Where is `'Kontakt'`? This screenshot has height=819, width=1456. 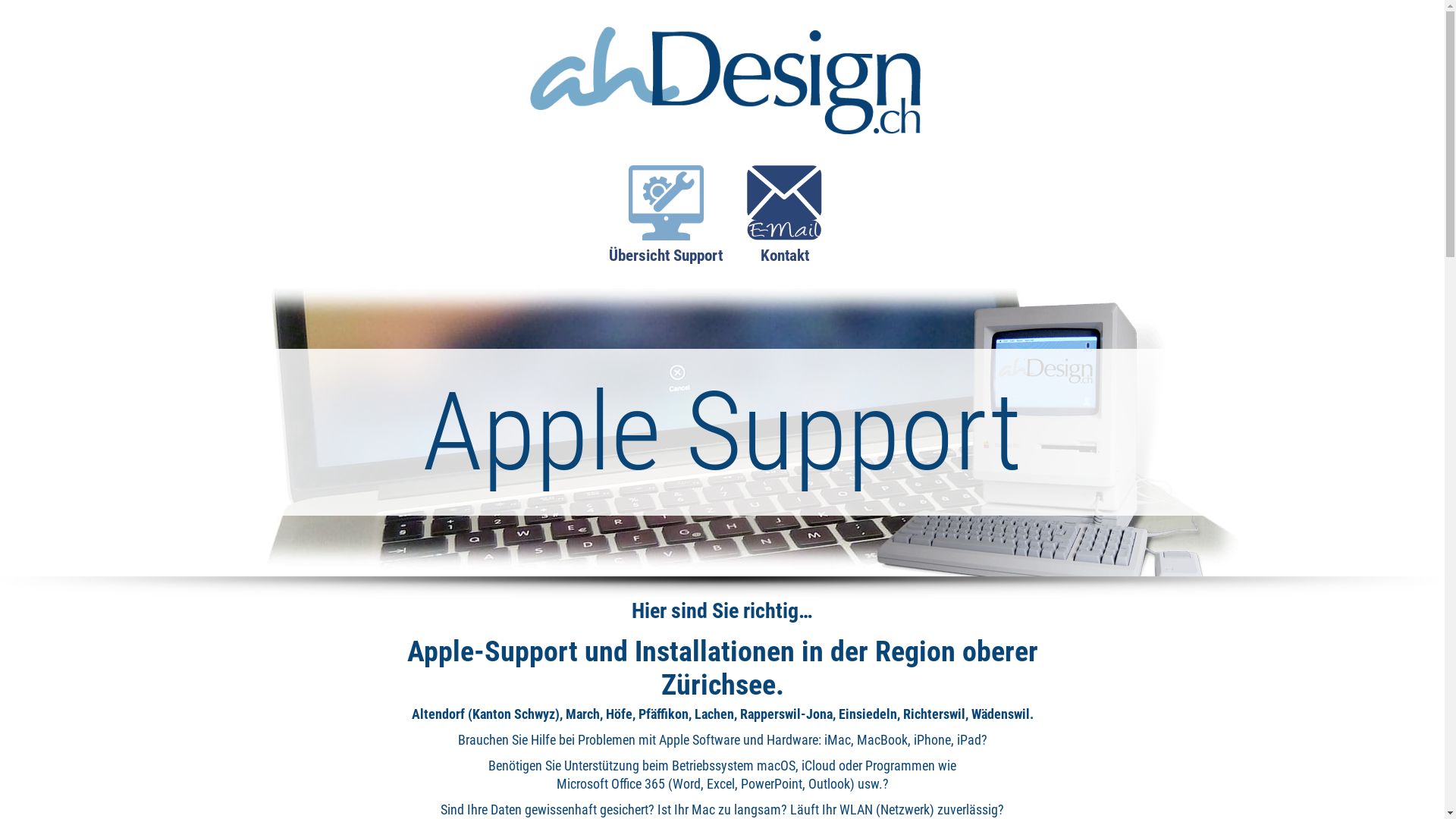 'Kontakt' is located at coordinates (784, 223).